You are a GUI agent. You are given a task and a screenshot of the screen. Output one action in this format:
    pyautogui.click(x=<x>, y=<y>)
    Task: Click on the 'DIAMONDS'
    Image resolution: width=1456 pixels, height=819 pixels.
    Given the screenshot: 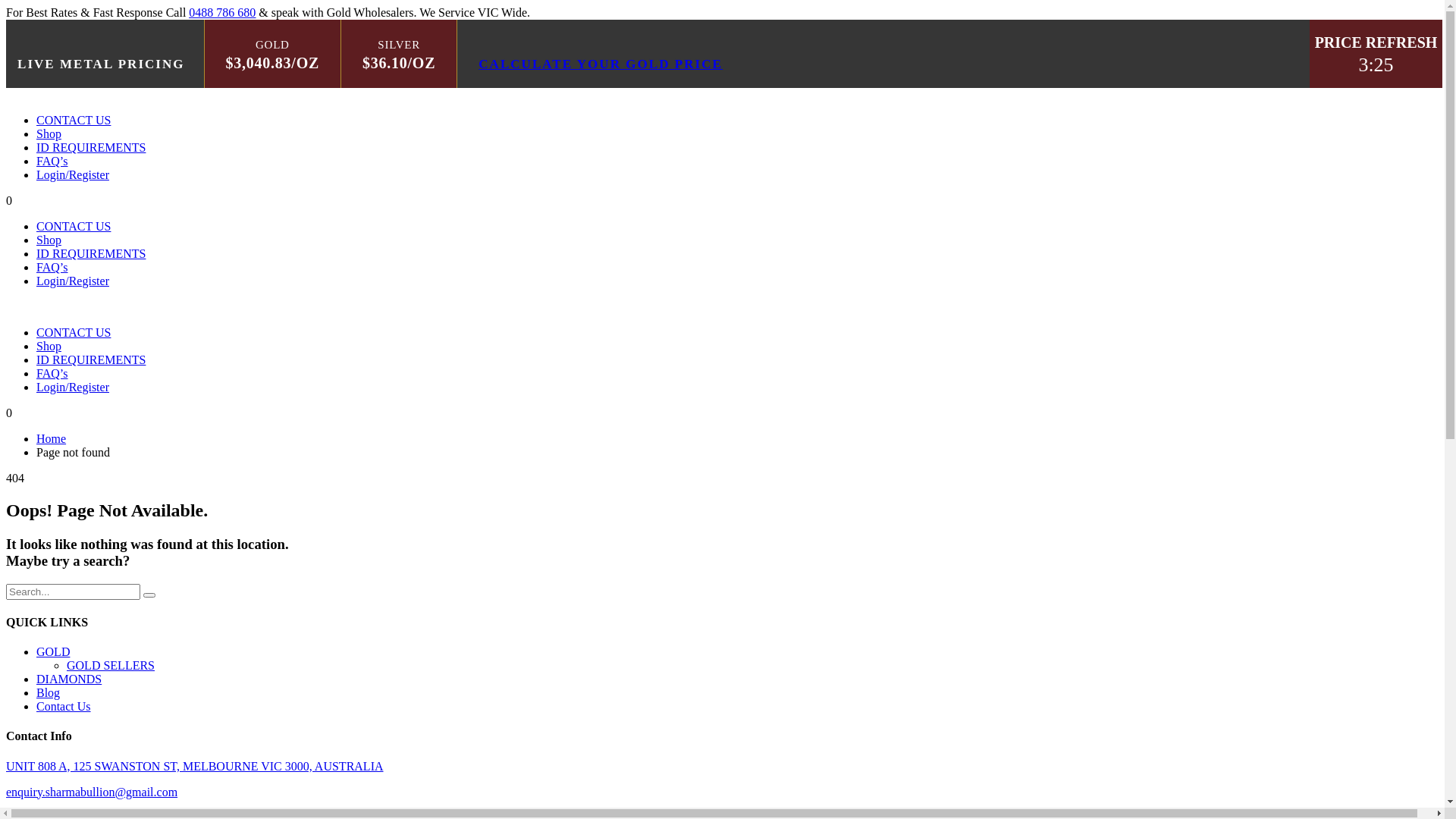 What is the action you would take?
    pyautogui.click(x=68, y=678)
    